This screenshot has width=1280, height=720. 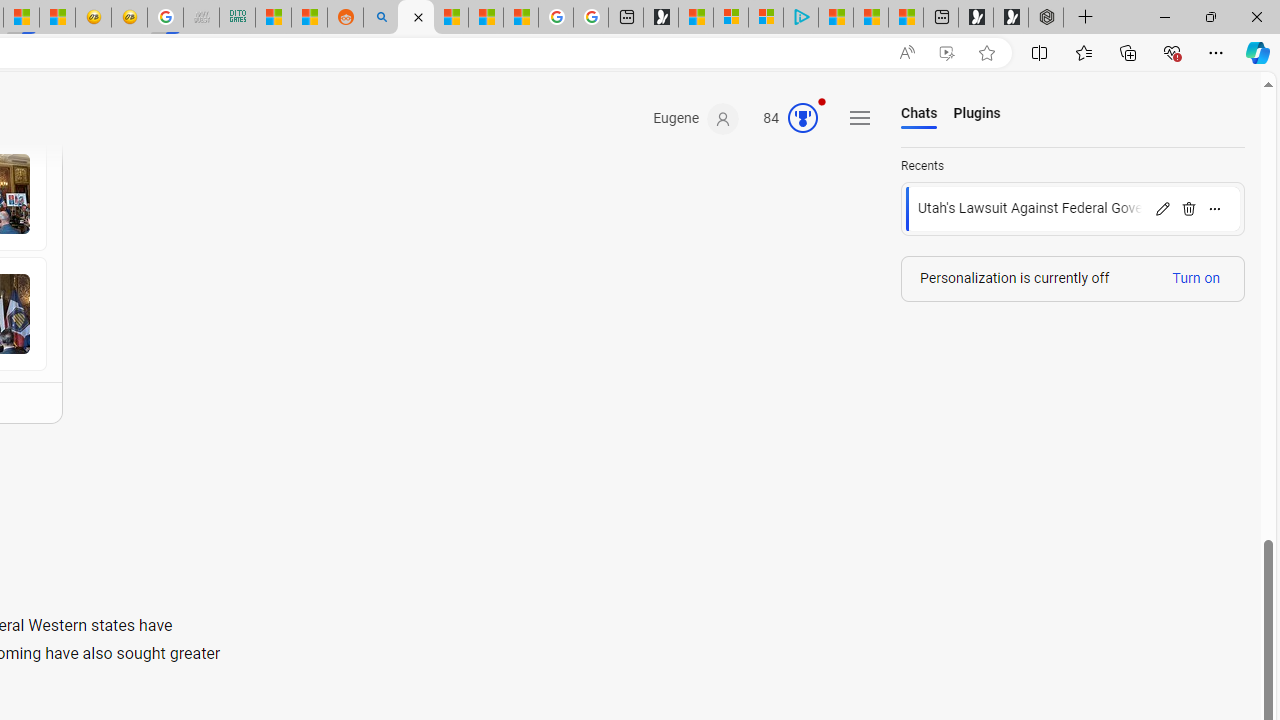 What do you see at coordinates (945, 52) in the screenshot?
I see `'Enhance video'` at bounding box center [945, 52].